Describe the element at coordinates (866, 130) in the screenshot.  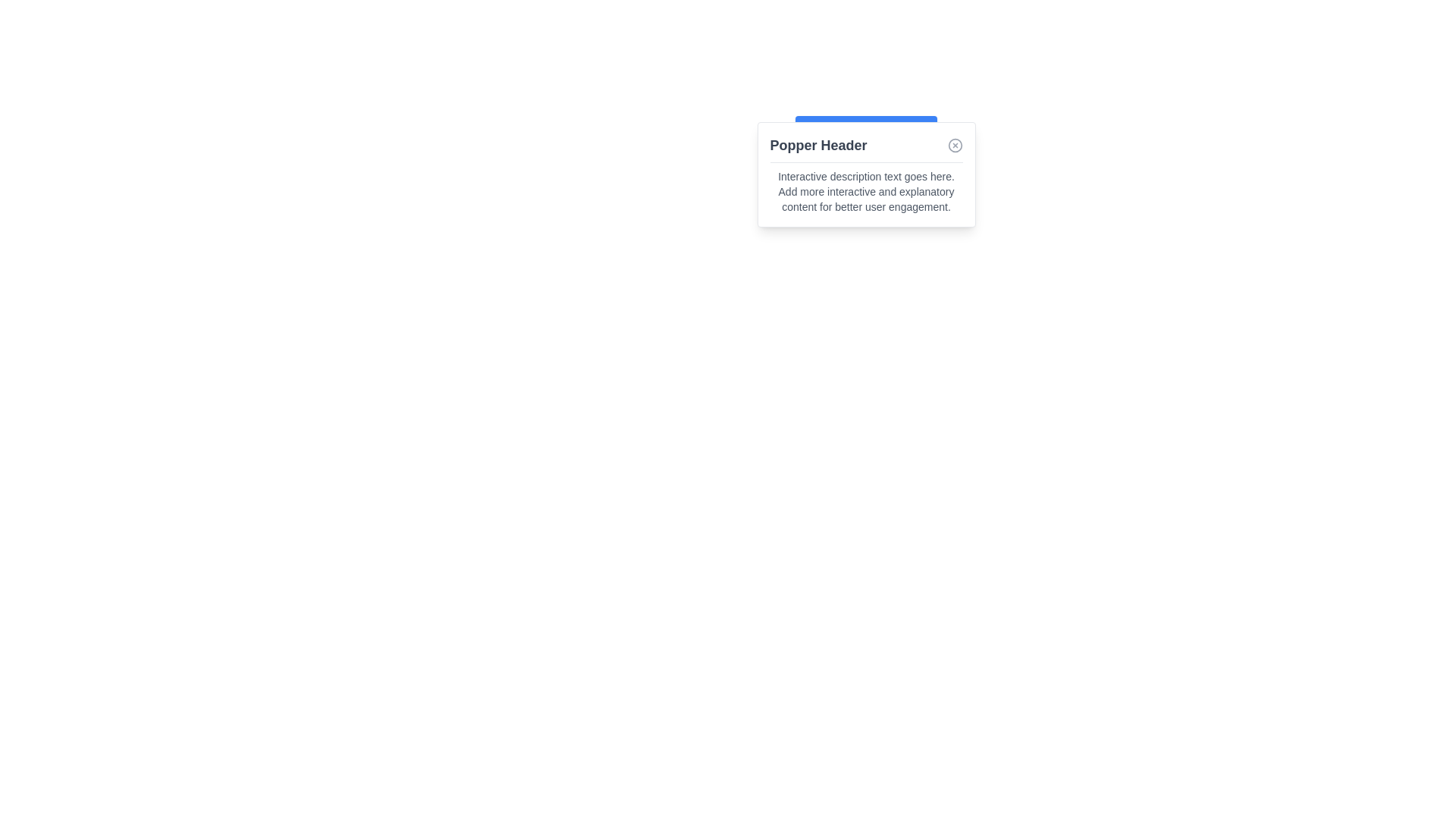
I see `the blue rectangular button labeled 'Toggle Popper' to initiate a hover effect` at that location.